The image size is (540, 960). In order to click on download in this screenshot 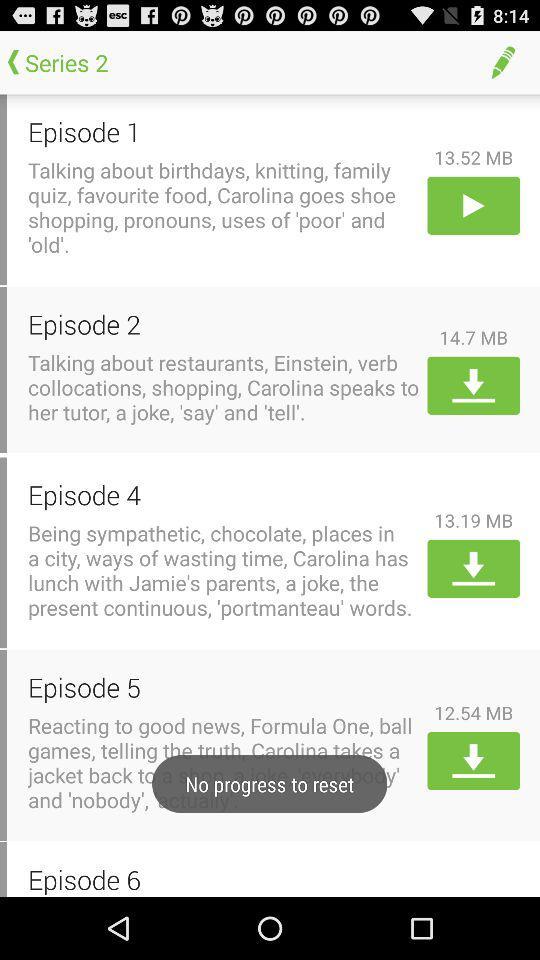, I will do `click(472, 760)`.